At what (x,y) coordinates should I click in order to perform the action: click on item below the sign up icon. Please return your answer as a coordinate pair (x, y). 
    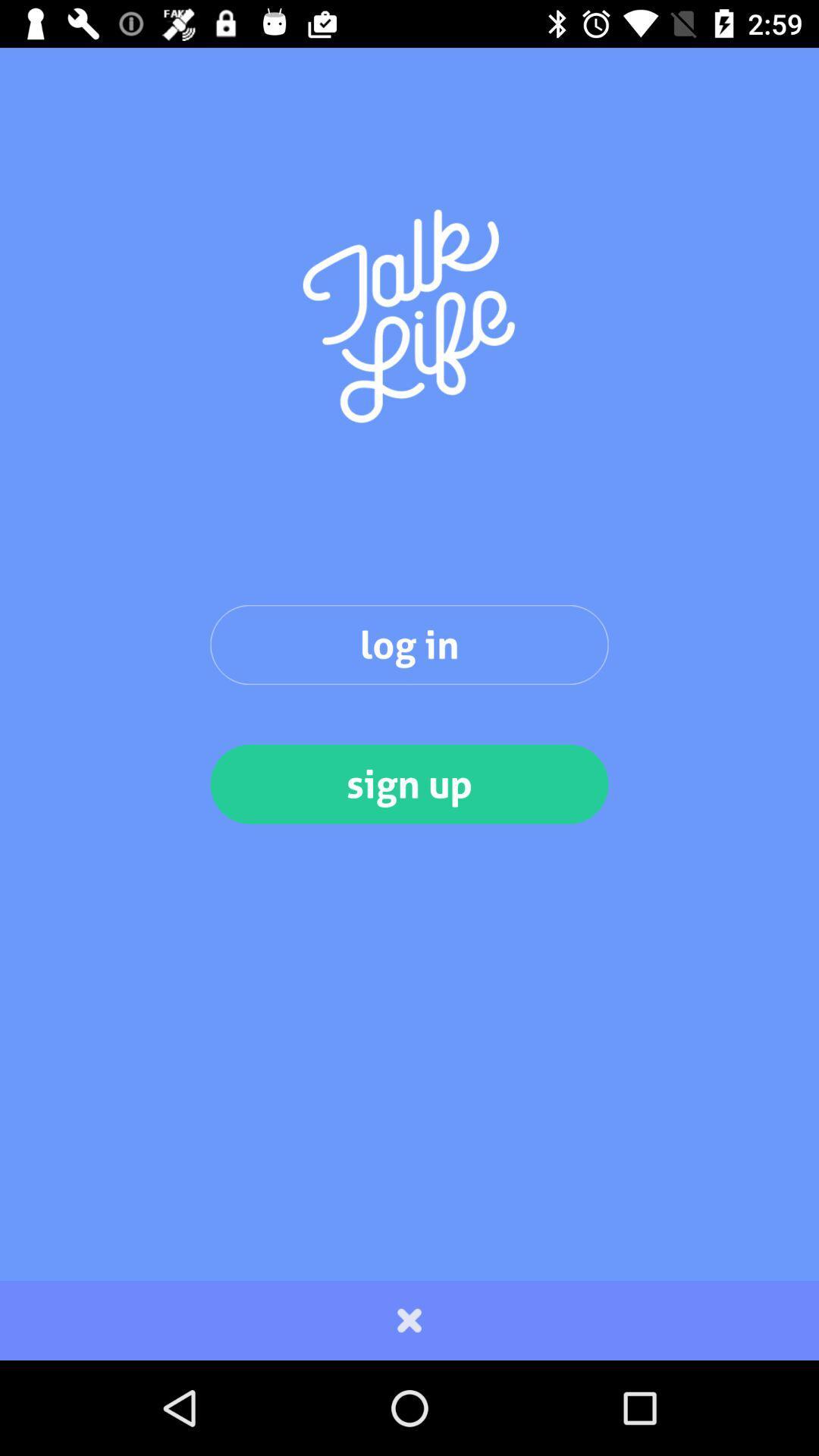
    Looking at the image, I should click on (409, 1319).